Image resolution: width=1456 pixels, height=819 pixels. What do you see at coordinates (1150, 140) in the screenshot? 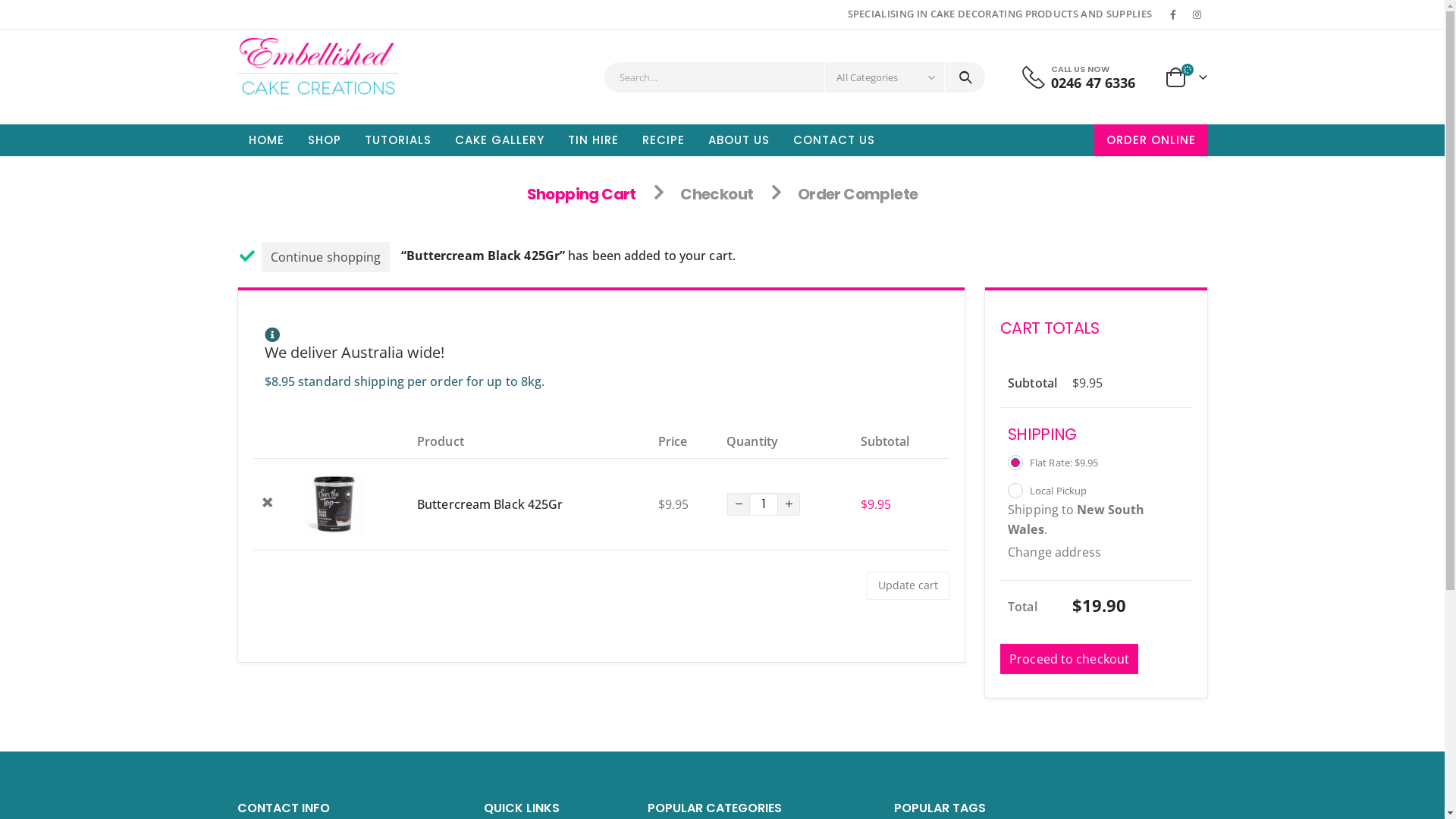
I see `'ORDER ONLINE'` at bounding box center [1150, 140].